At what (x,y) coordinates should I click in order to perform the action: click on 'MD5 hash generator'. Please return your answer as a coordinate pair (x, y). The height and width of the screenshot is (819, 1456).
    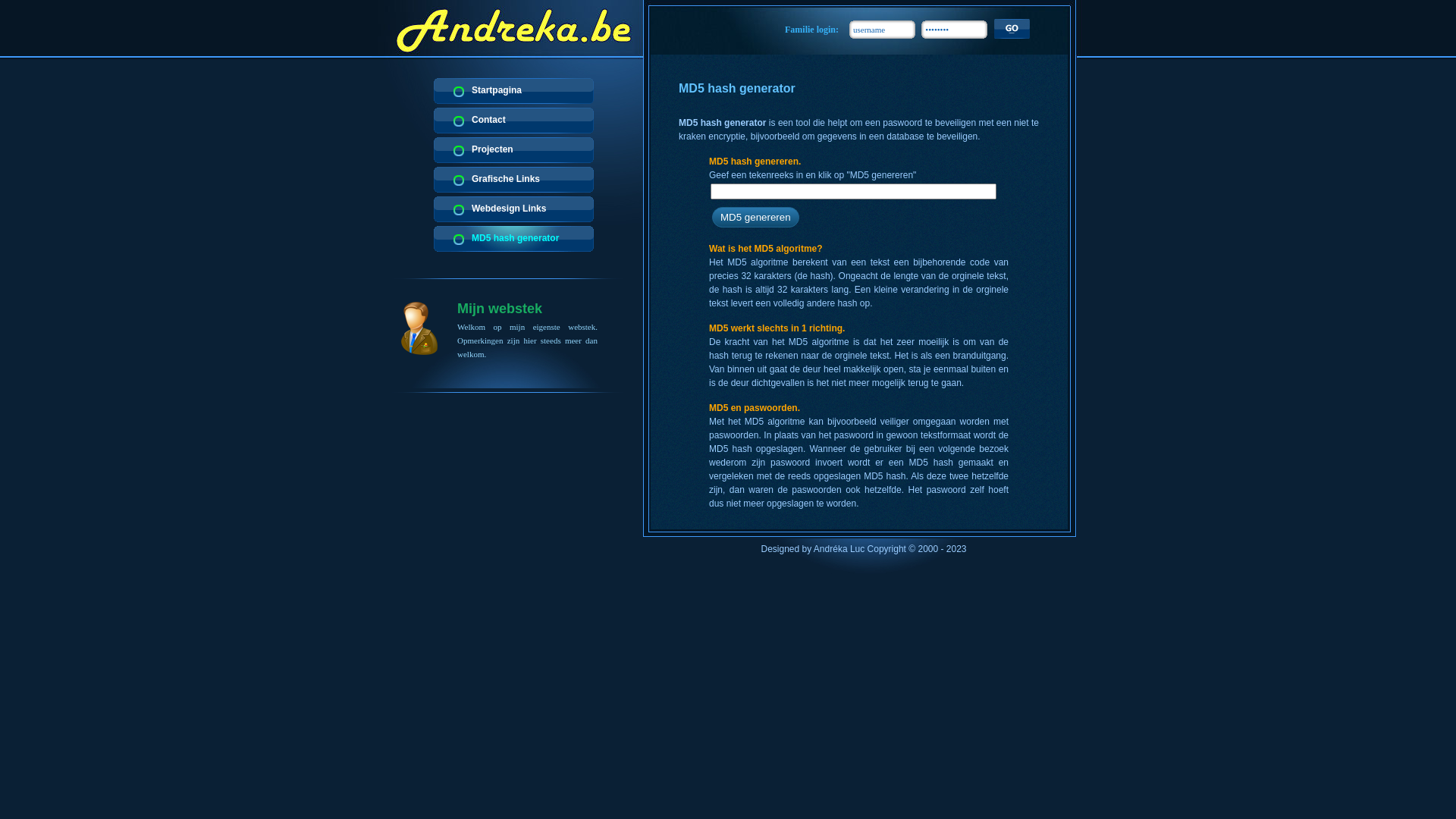
    Looking at the image, I should click on (513, 239).